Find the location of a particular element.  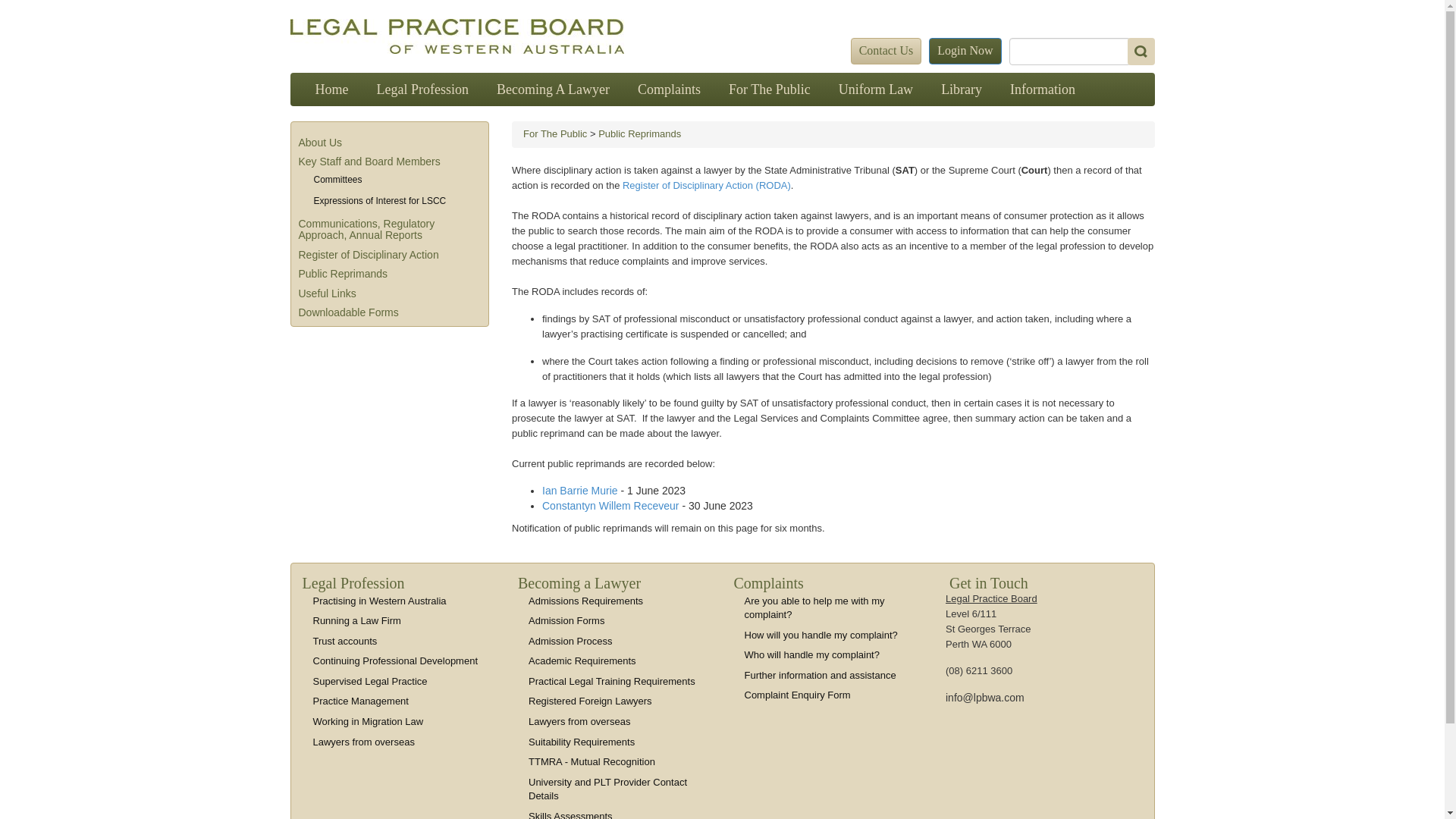

'Are you able to help me with my complaint?' is located at coordinates (814, 607).